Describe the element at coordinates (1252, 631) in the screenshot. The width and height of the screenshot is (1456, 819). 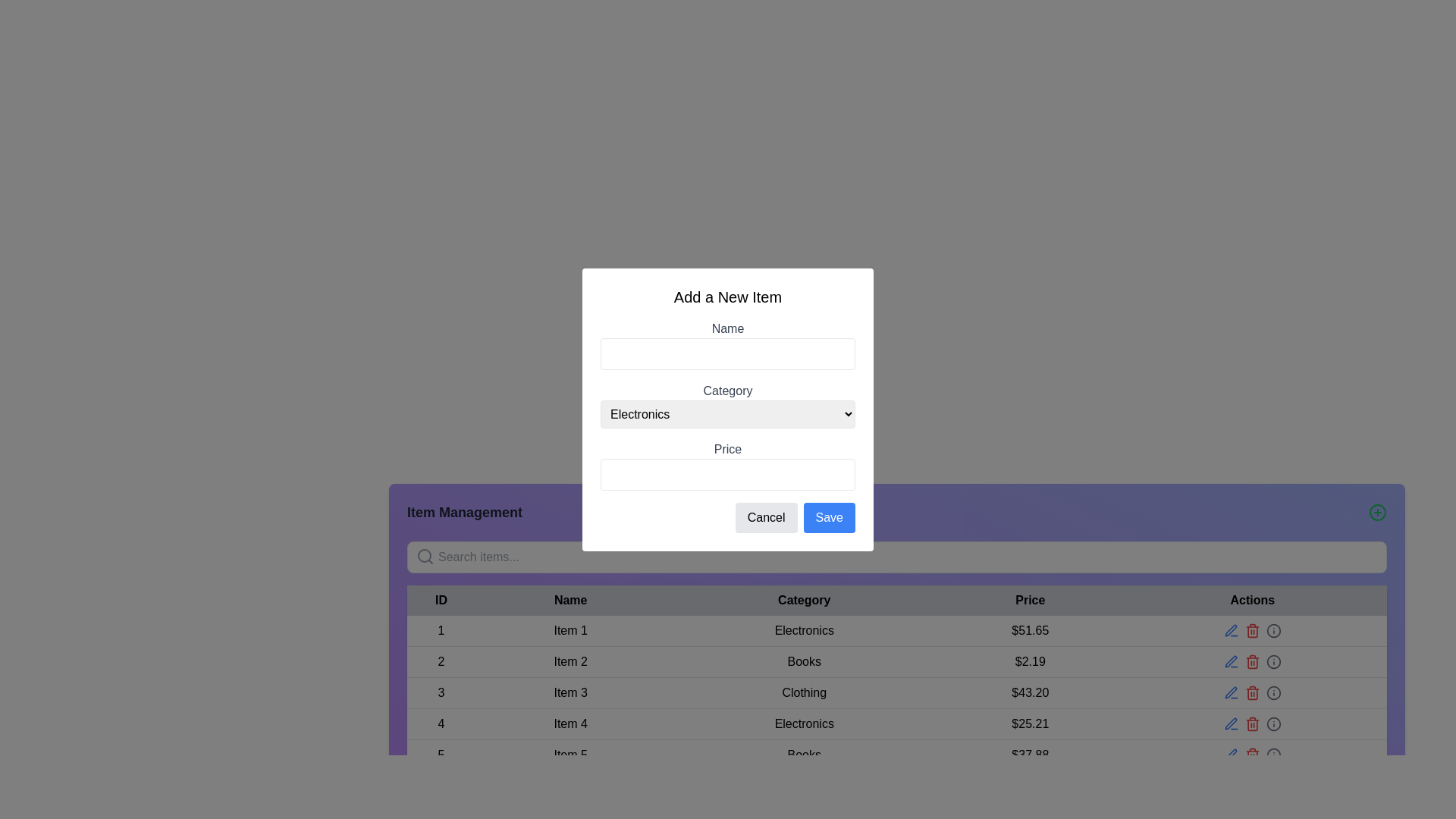
I see `the trash can icon located in the 'Actions' column of the data table to change its color to a darker red` at that location.